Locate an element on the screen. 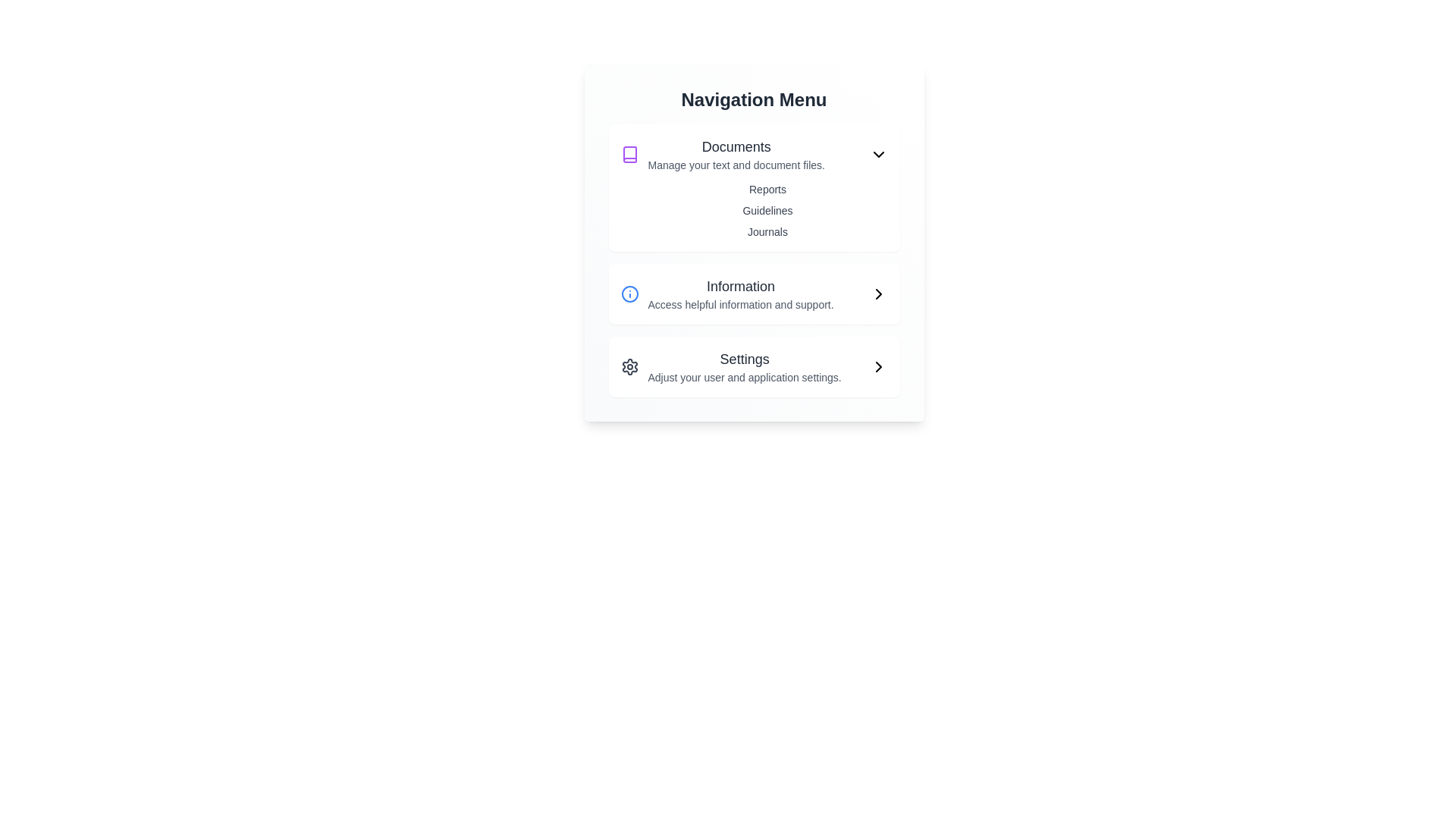 The width and height of the screenshot is (1456, 819). the SVG Circle Element located in the 'Information' section of the navigation menu, which is part of the circular blue icon is located at coordinates (629, 294).